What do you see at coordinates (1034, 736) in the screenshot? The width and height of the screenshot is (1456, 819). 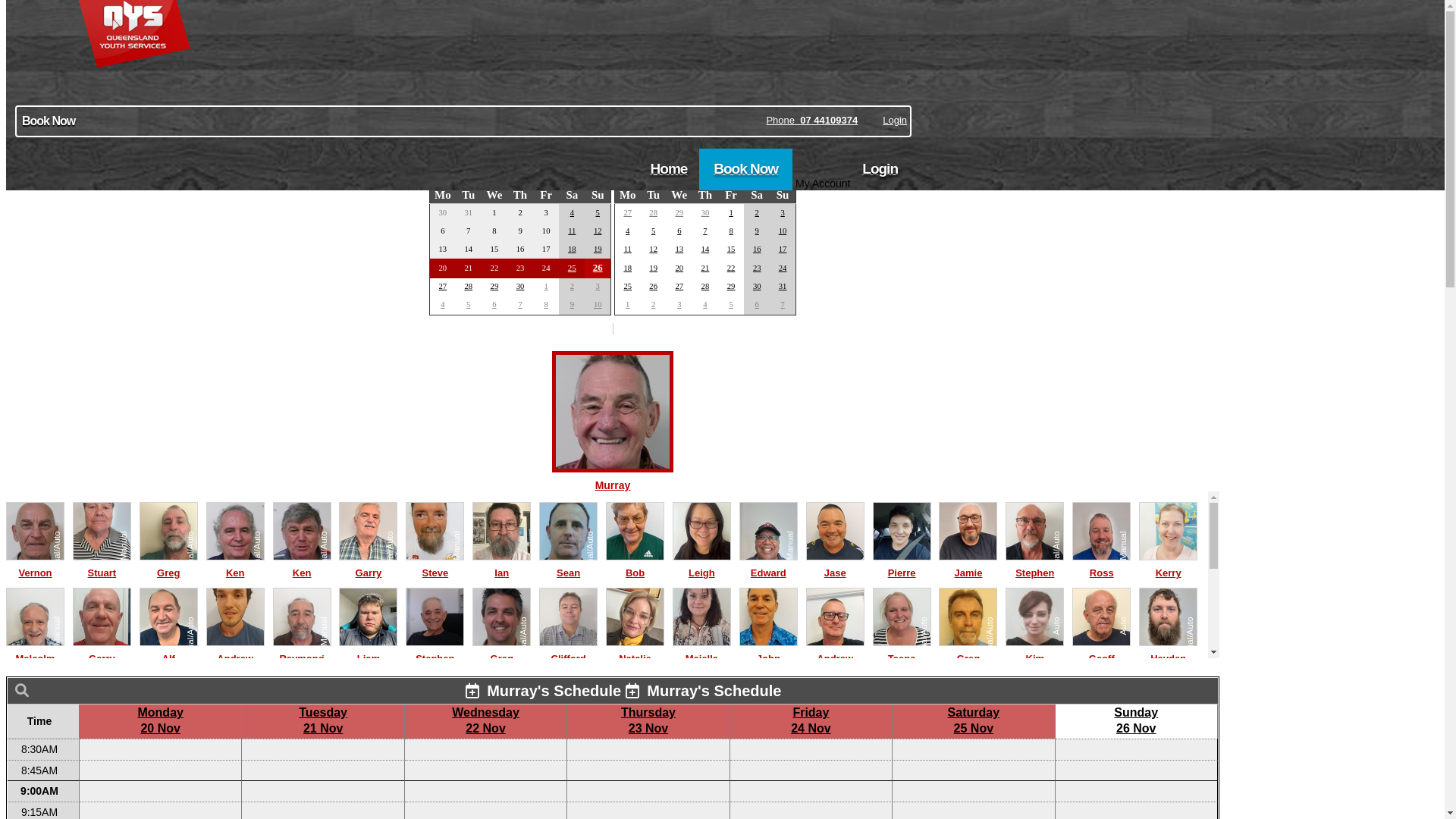 I see `'Mareeca` at bounding box center [1034, 736].